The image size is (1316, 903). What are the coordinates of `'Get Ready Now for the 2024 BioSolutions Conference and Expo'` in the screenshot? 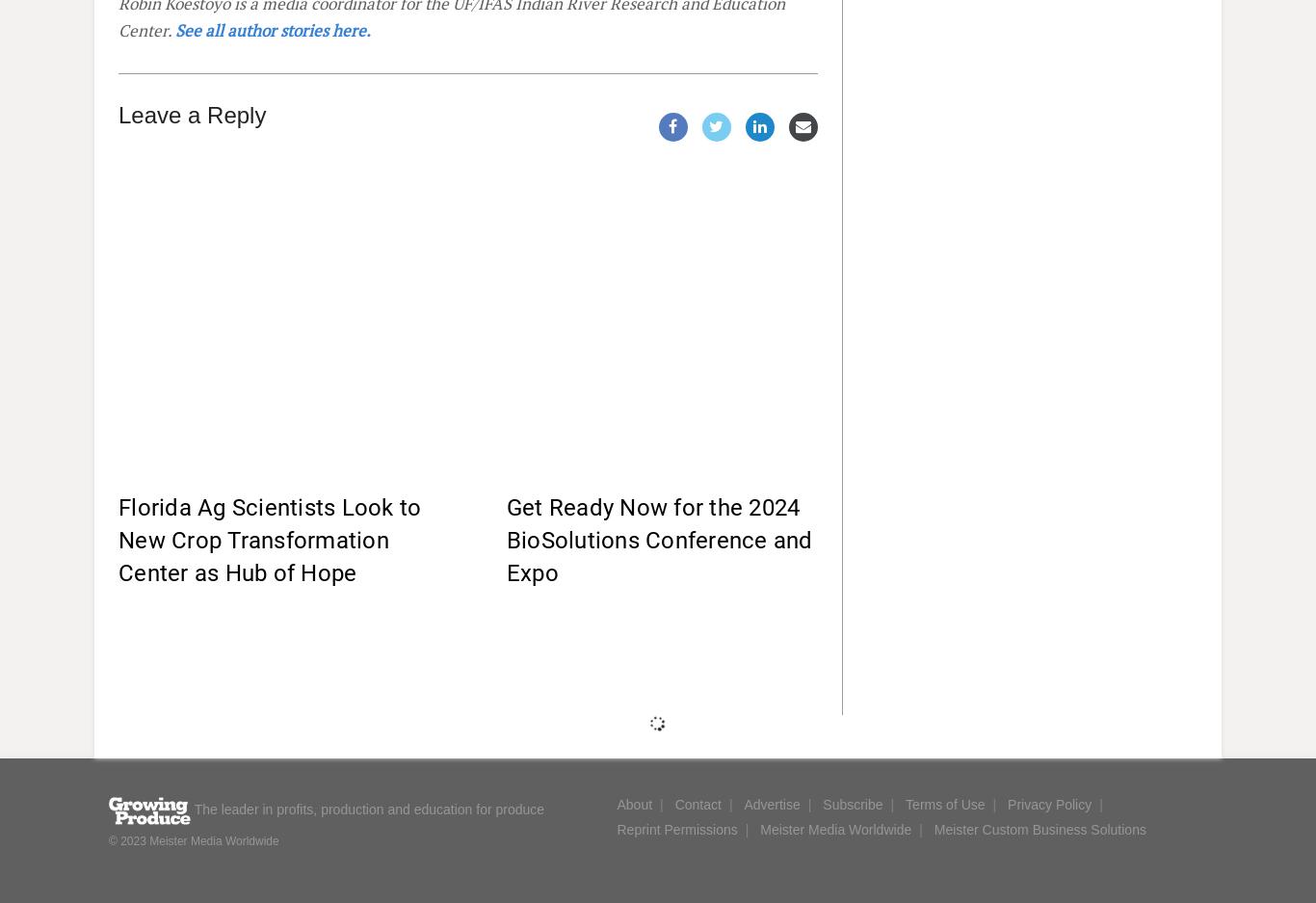 It's located at (658, 540).